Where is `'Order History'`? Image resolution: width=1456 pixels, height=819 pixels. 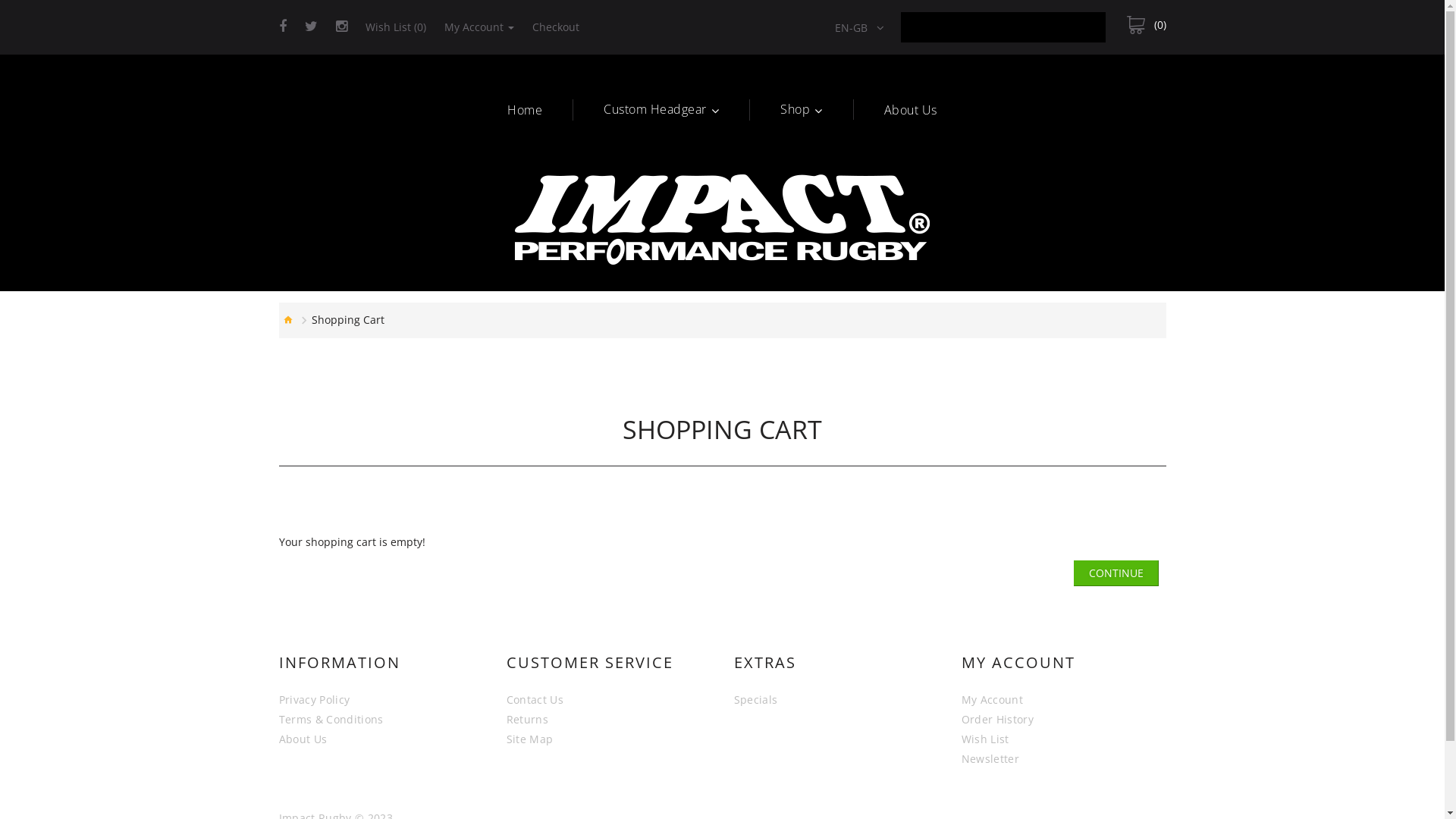 'Order History' is located at coordinates (997, 718).